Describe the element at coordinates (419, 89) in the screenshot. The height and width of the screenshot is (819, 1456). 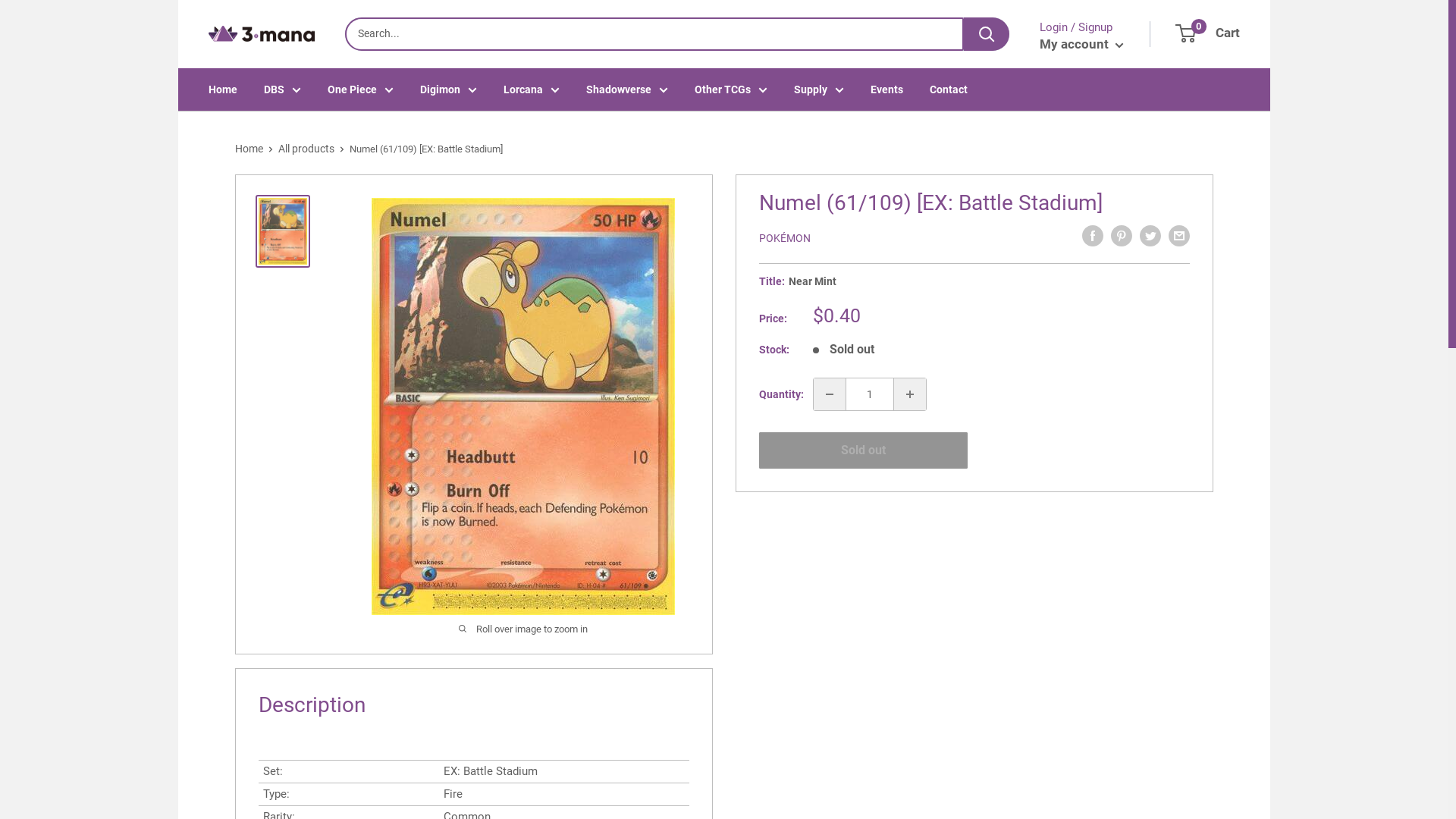
I see `'Digimon'` at that location.